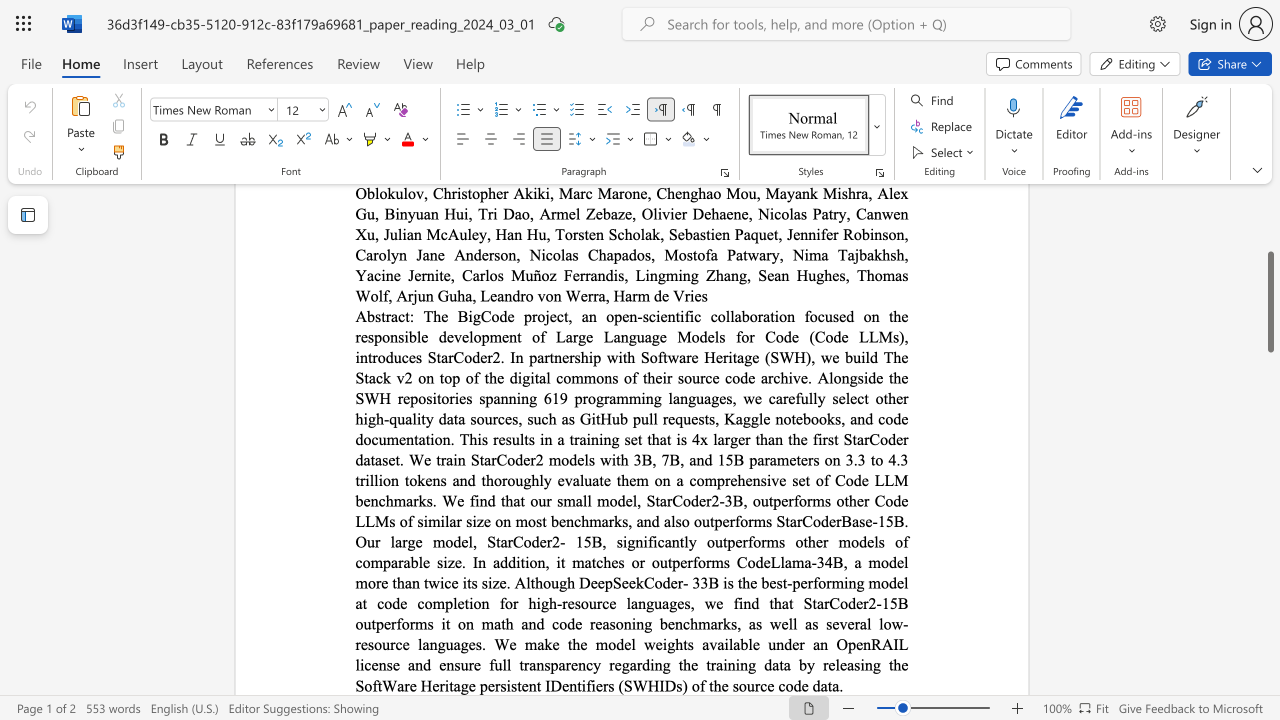  Describe the element at coordinates (468, 520) in the screenshot. I see `the 41th character "s" in the text` at that location.